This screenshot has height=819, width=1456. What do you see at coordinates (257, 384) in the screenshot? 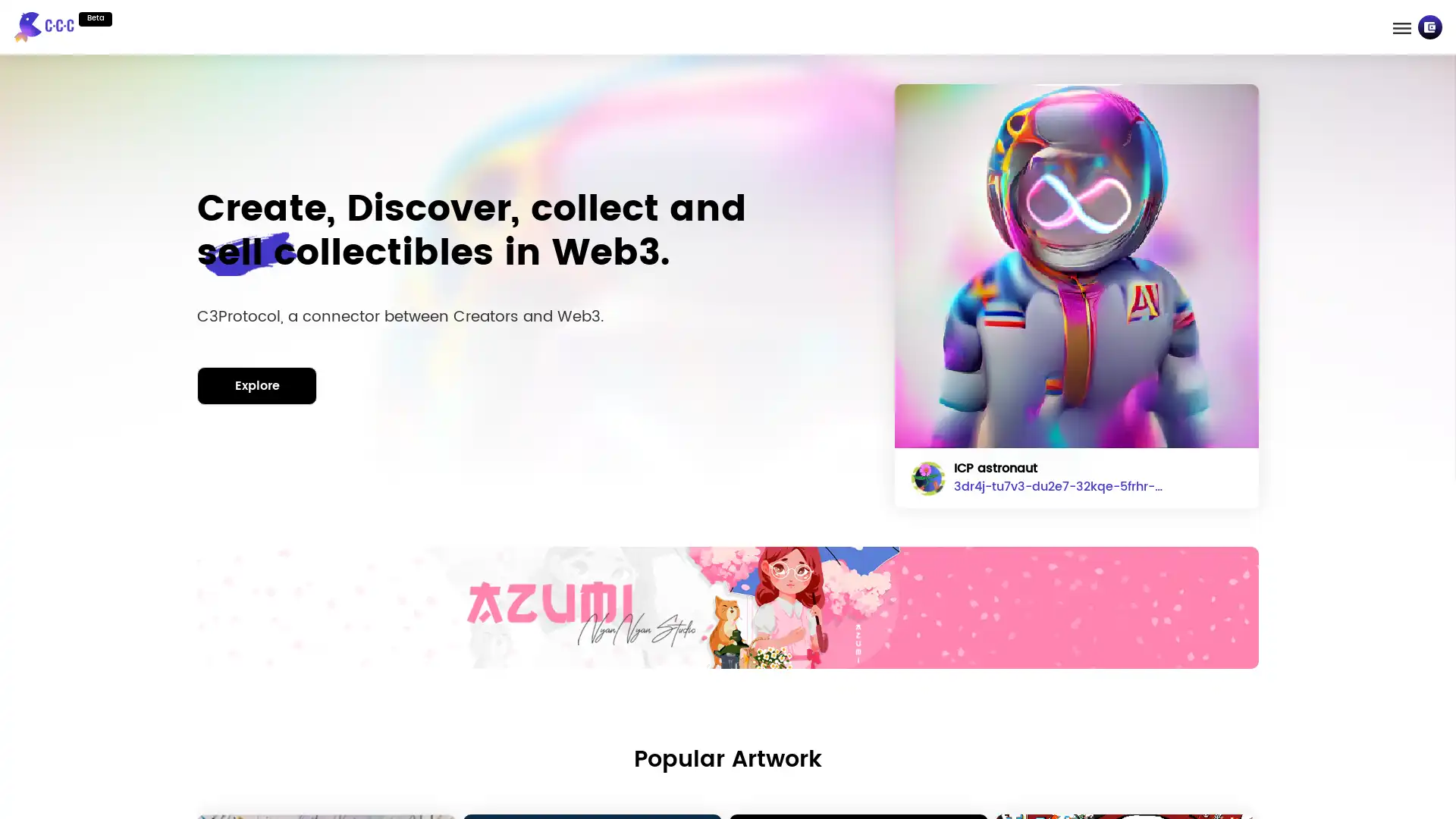
I see `Explore` at bounding box center [257, 384].